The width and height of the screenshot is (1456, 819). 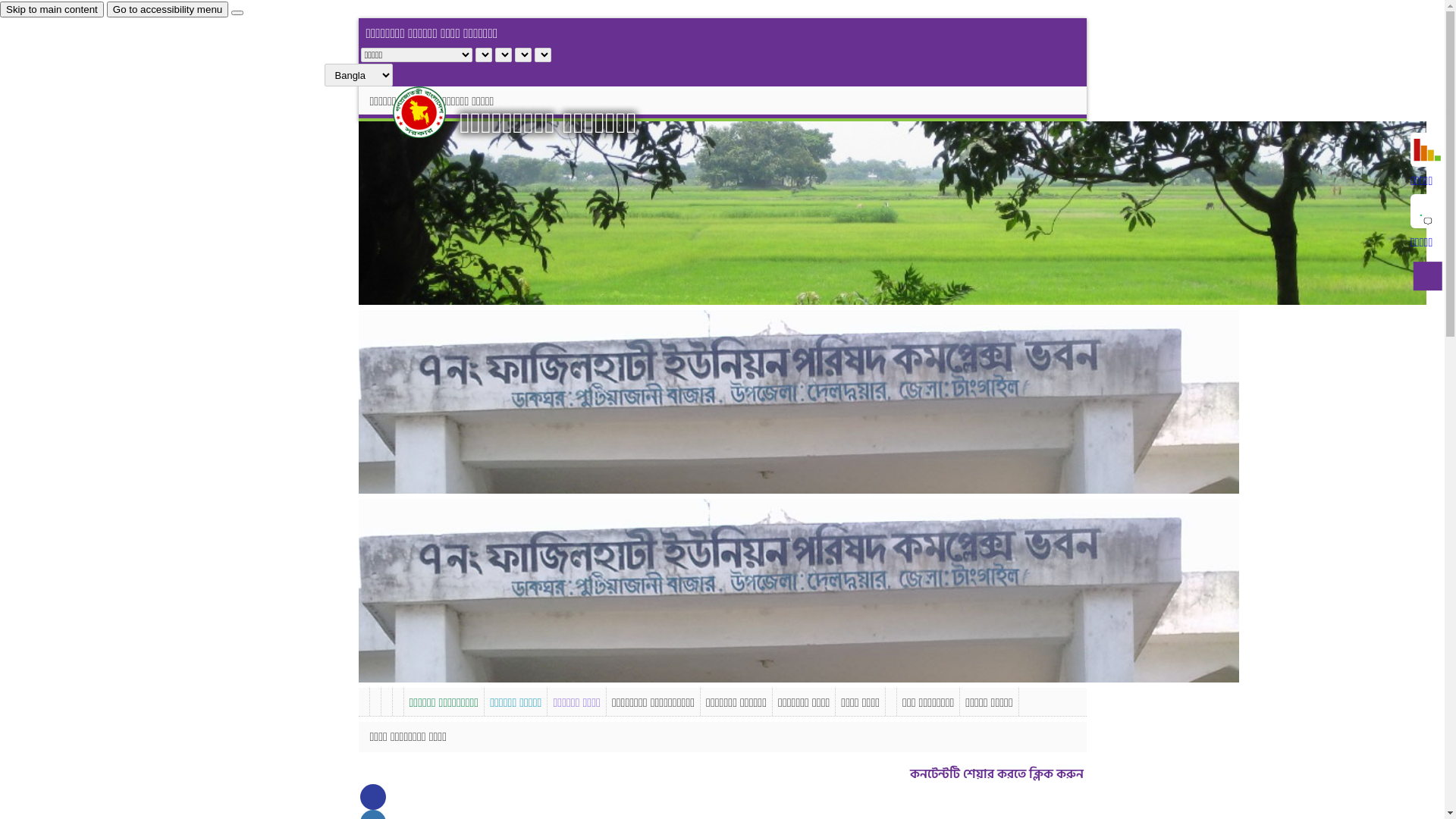 I want to click on 'Go to accessibility menu', so click(x=167, y=9).